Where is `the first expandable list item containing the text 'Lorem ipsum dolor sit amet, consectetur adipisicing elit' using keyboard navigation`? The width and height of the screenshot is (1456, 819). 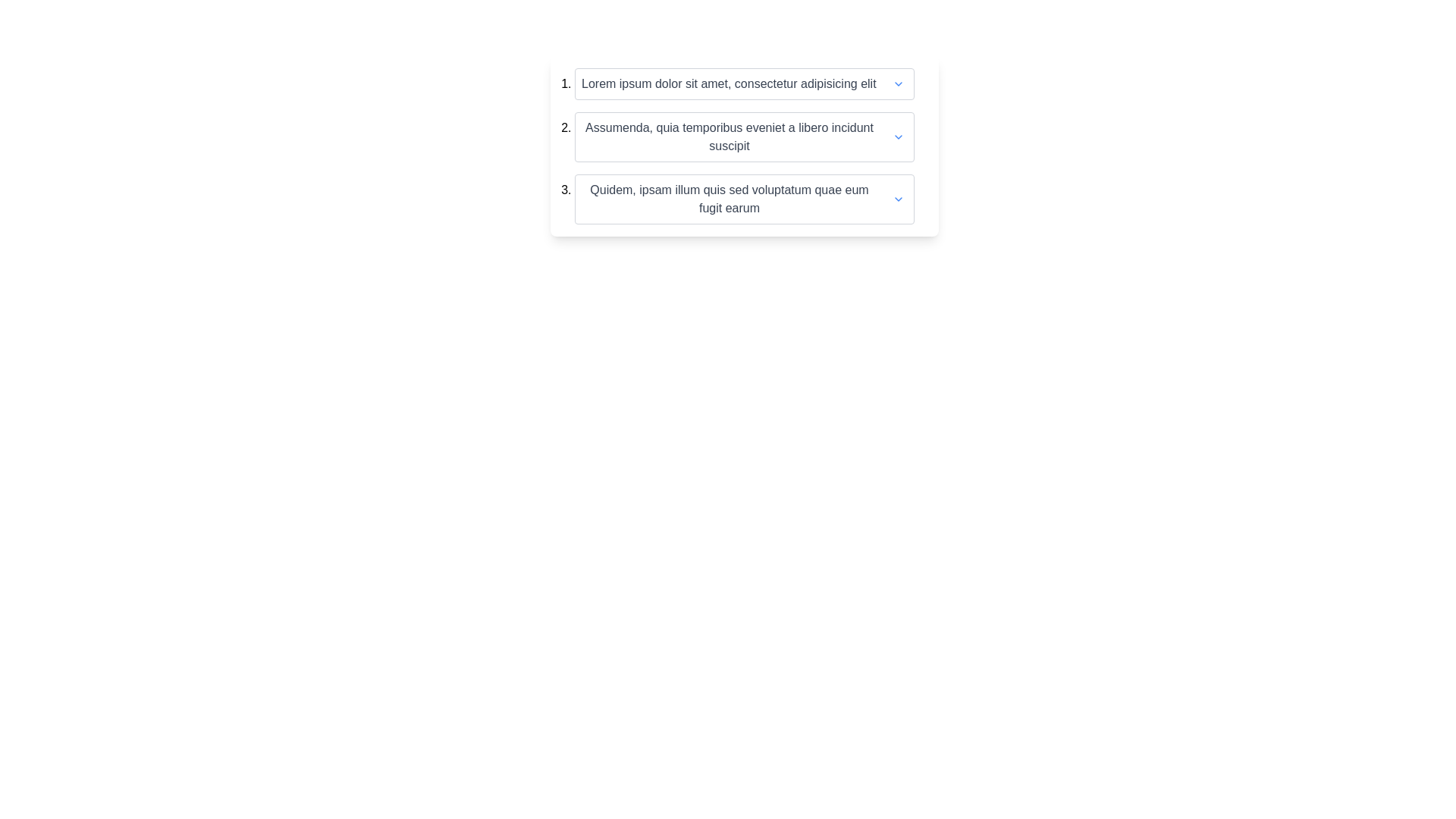
the first expandable list item containing the text 'Lorem ipsum dolor sit amet, consectetur adipisicing elit' using keyboard navigation is located at coordinates (745, 84).